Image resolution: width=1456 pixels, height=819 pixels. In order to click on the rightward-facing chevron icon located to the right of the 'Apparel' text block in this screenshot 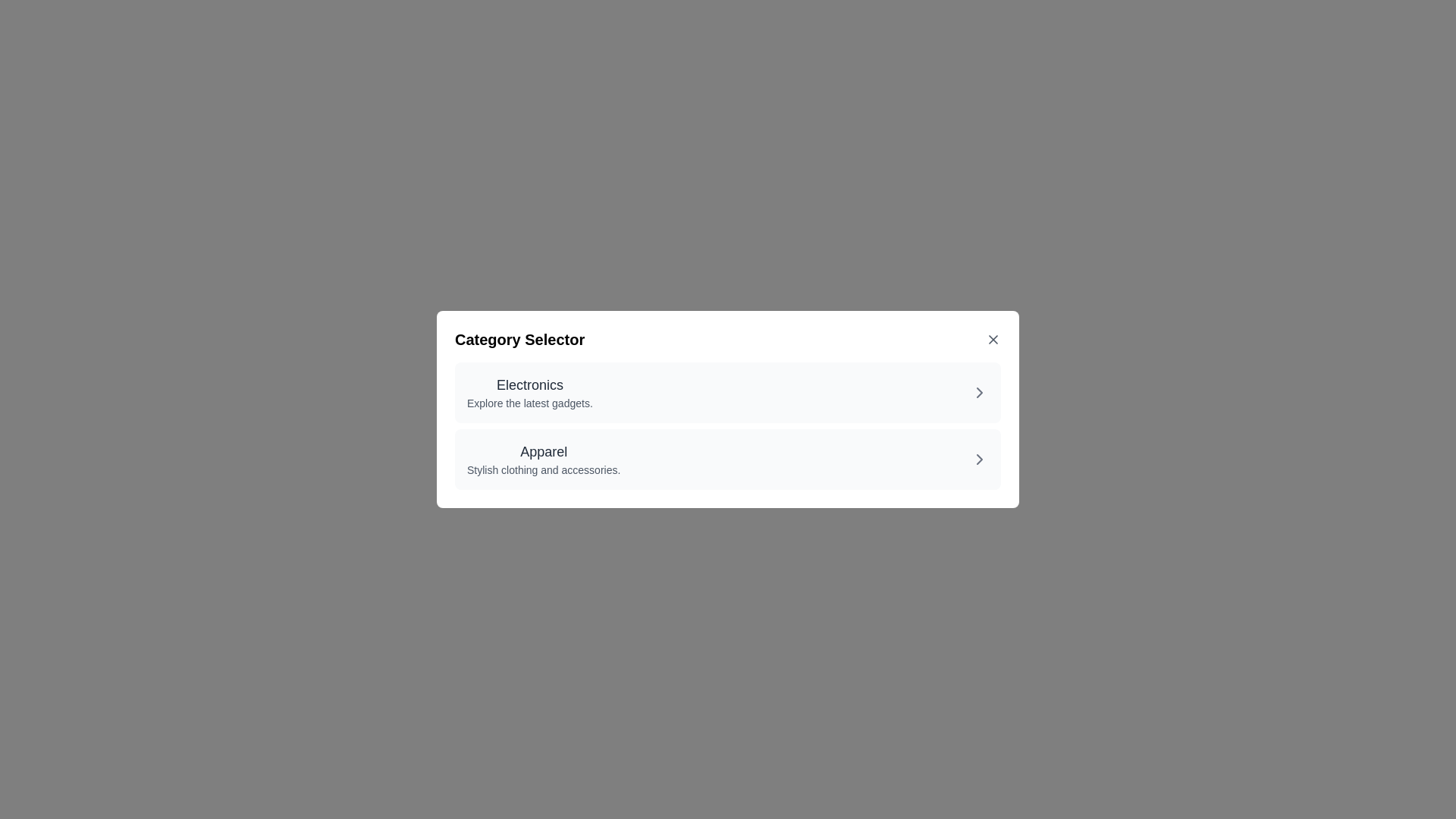, I will do `click(979, 458)`.